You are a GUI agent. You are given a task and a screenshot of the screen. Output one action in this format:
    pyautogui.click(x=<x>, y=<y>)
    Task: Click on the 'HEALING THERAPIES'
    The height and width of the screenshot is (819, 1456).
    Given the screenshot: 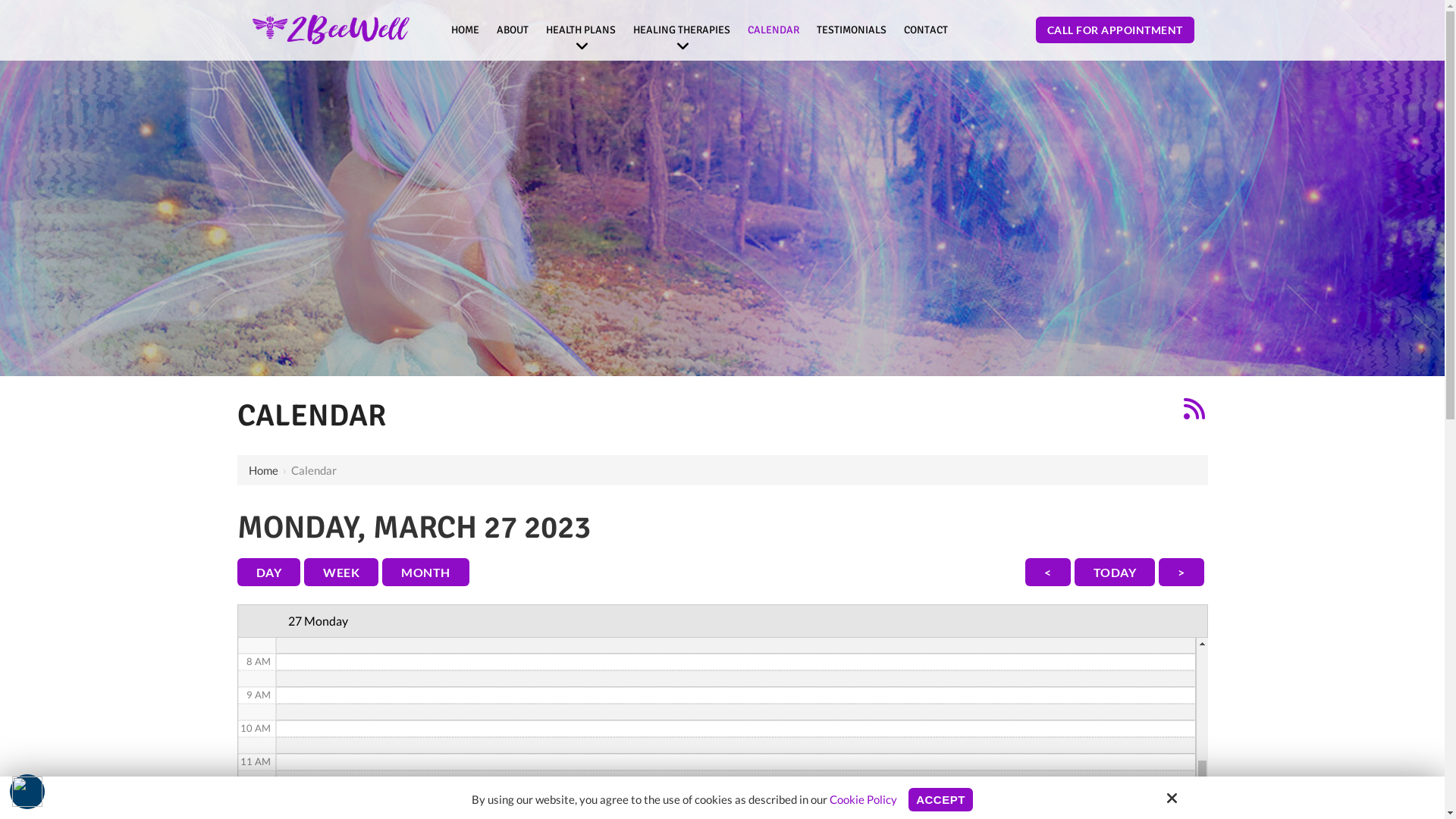 What is the action you would take?
    pyautogui.click(x=680, y=30)
    